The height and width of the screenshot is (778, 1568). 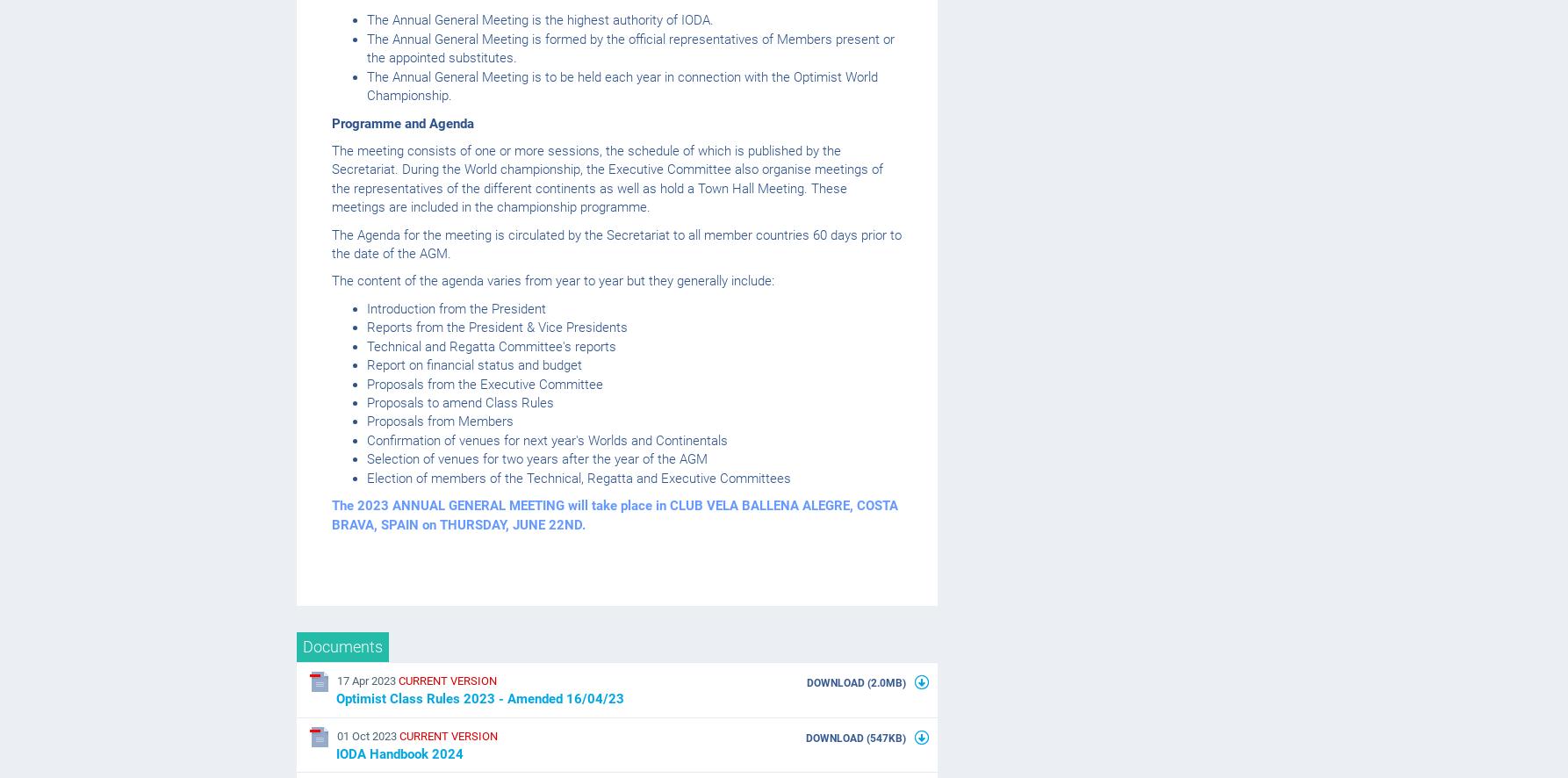 I want to click on 'Introduction from the President', so click(x=456, y=307).